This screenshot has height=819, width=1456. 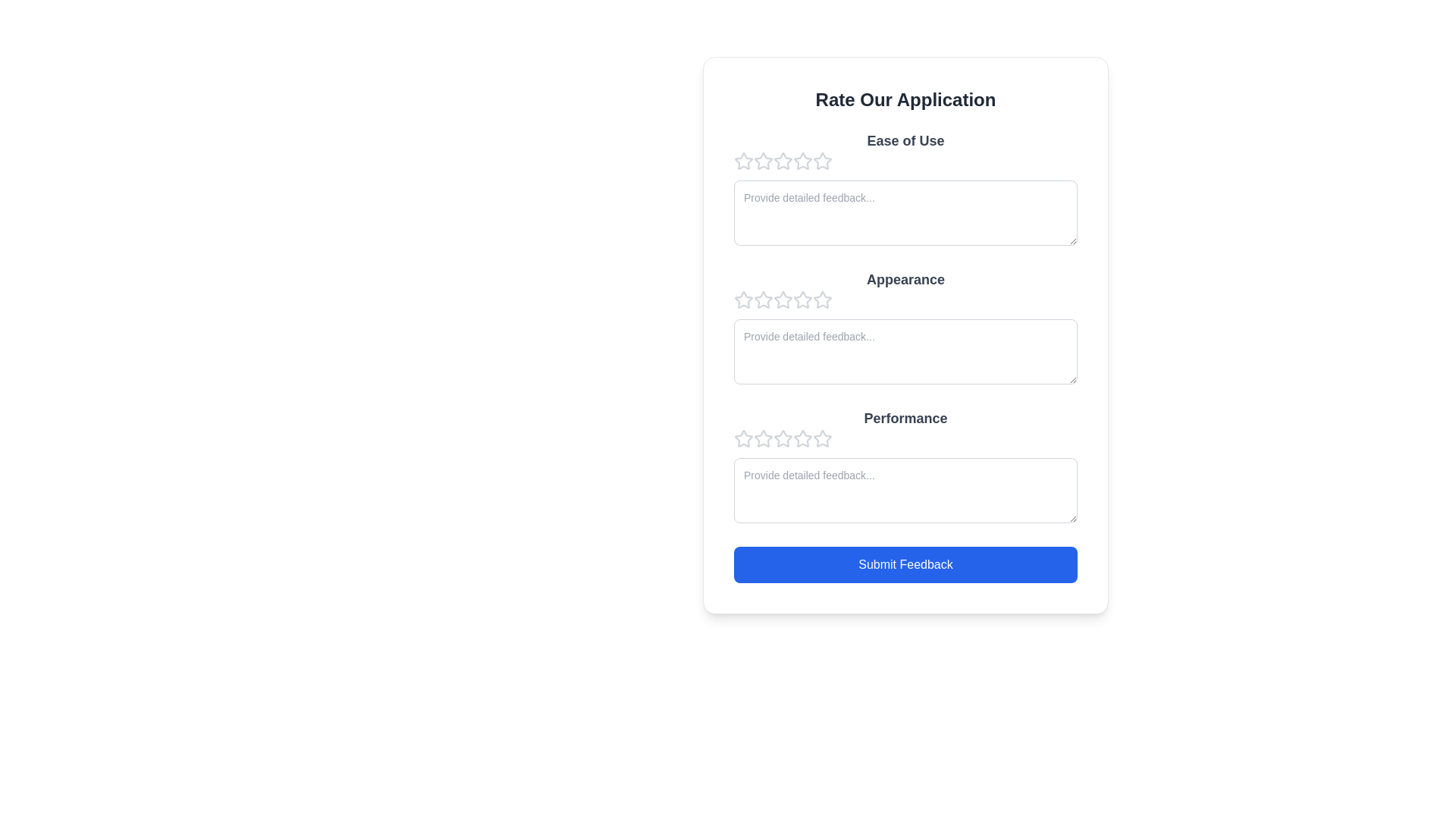 What do you see at coordinates (905, 418) in the screenshot?
I see `the 'Performance' text label, which is the third label in a vertical list, positioned above the rating stars and feedback input box` at bounding box center [905, 418].